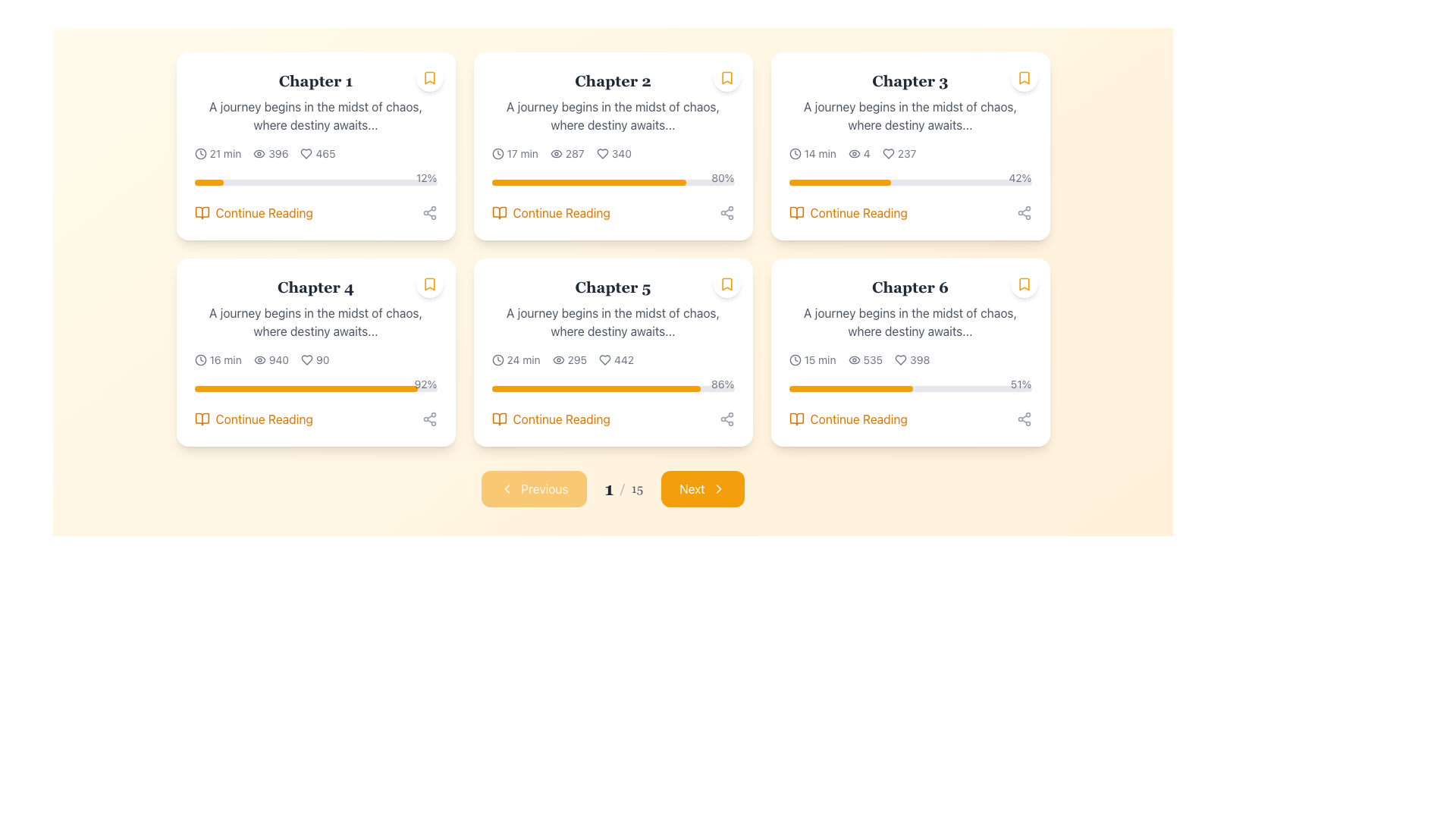 This screenshot has width=1456, height=819. I want to click on the clock icon representing the duration for 'Chapter 6', located in the top-left corner of the card, adjacent to the text '15 min', so click(794, 359).